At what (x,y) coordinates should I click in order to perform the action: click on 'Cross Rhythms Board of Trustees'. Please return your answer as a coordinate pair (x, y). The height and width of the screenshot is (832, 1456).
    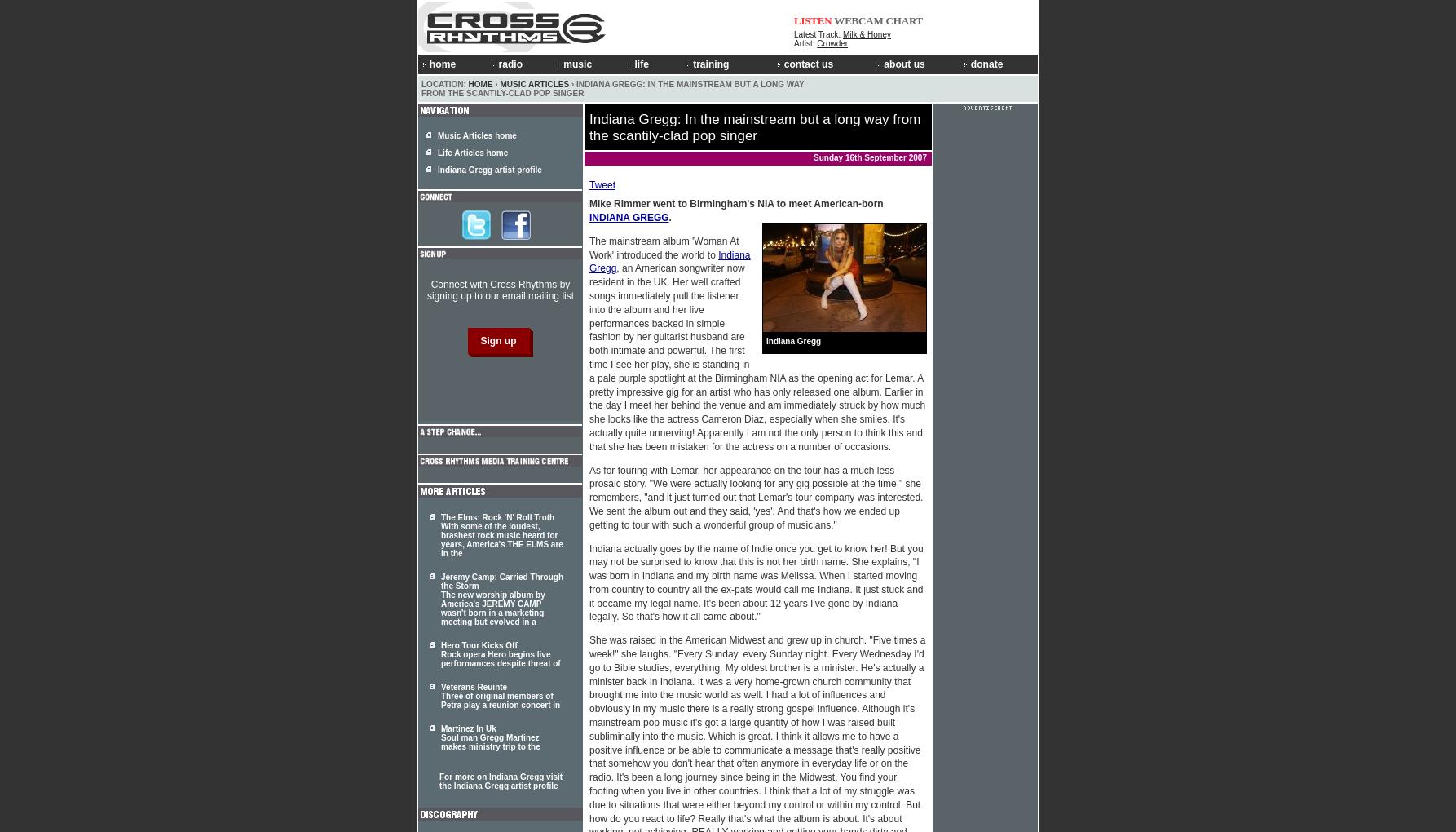
    Looking at the image, I should click on (948, 115).